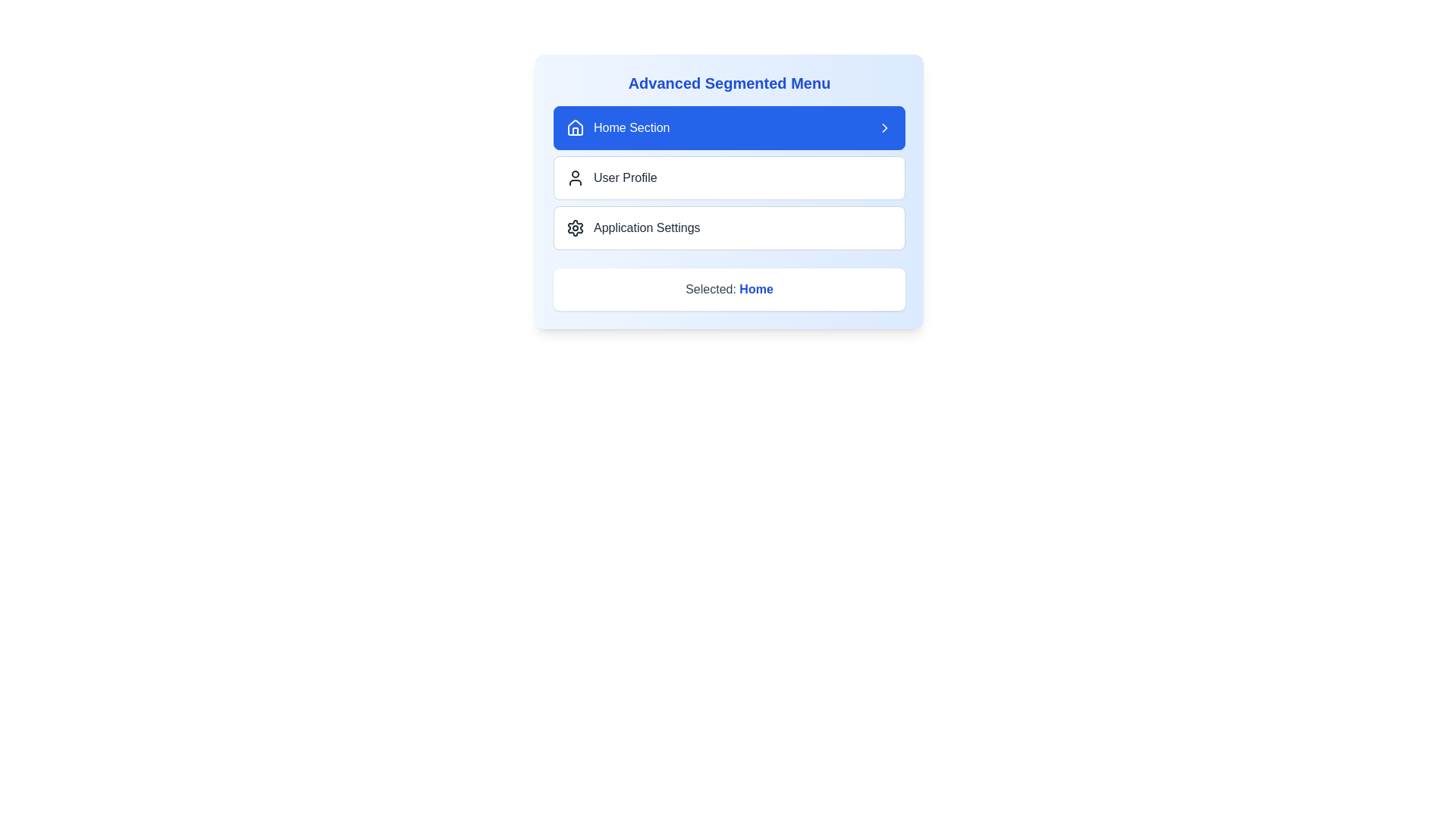 This screenshot has height=819, width=1456. What do you see at coordinates (574, 127) in the screenshot?
I see `the 'Home Section' icon located on the left side of the 'Home Section' menu item to enhance usability and clarity for users` at bounding box center [574, 127].